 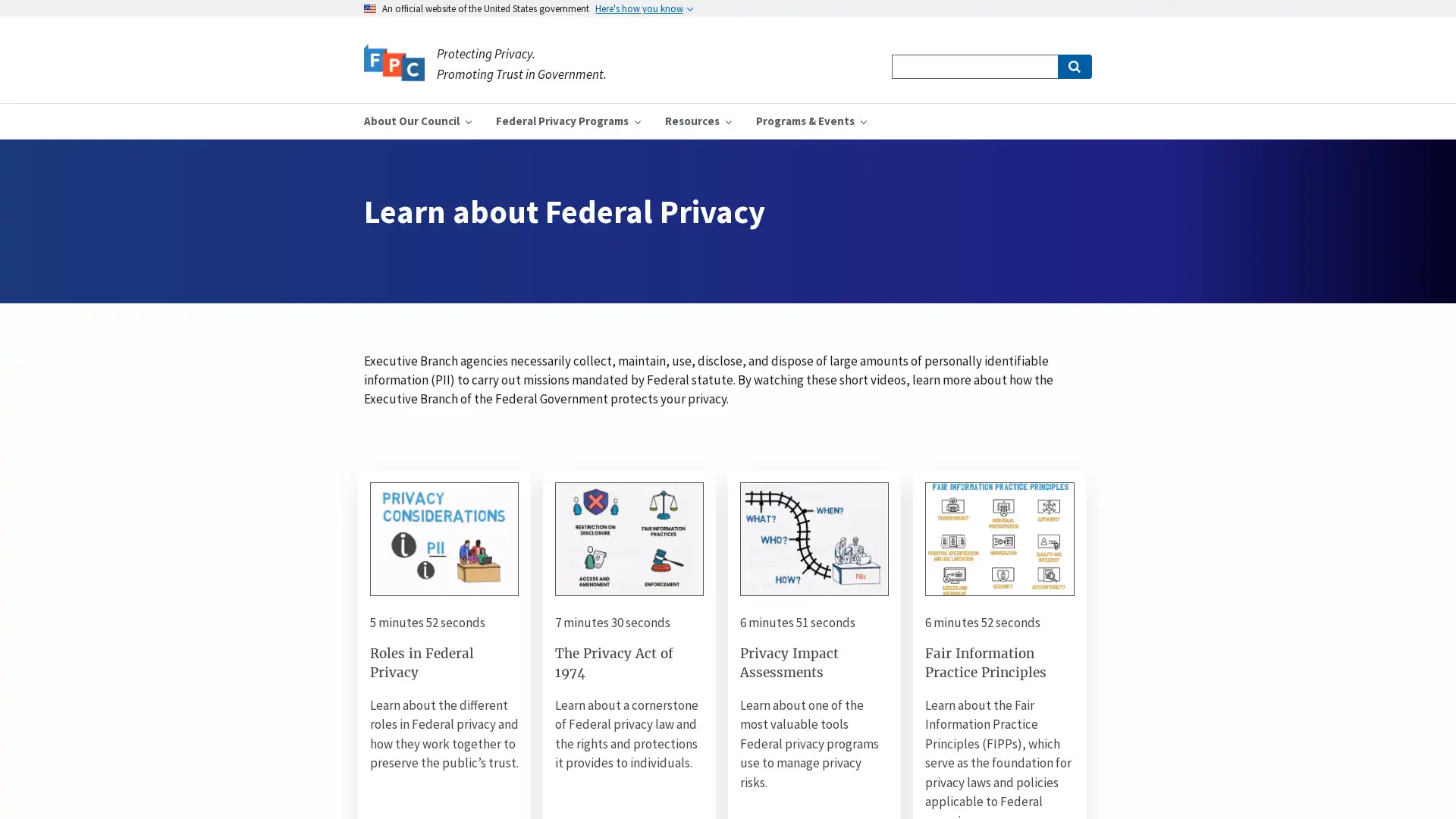 I want to click on Resources, so click(x=698, y=120).